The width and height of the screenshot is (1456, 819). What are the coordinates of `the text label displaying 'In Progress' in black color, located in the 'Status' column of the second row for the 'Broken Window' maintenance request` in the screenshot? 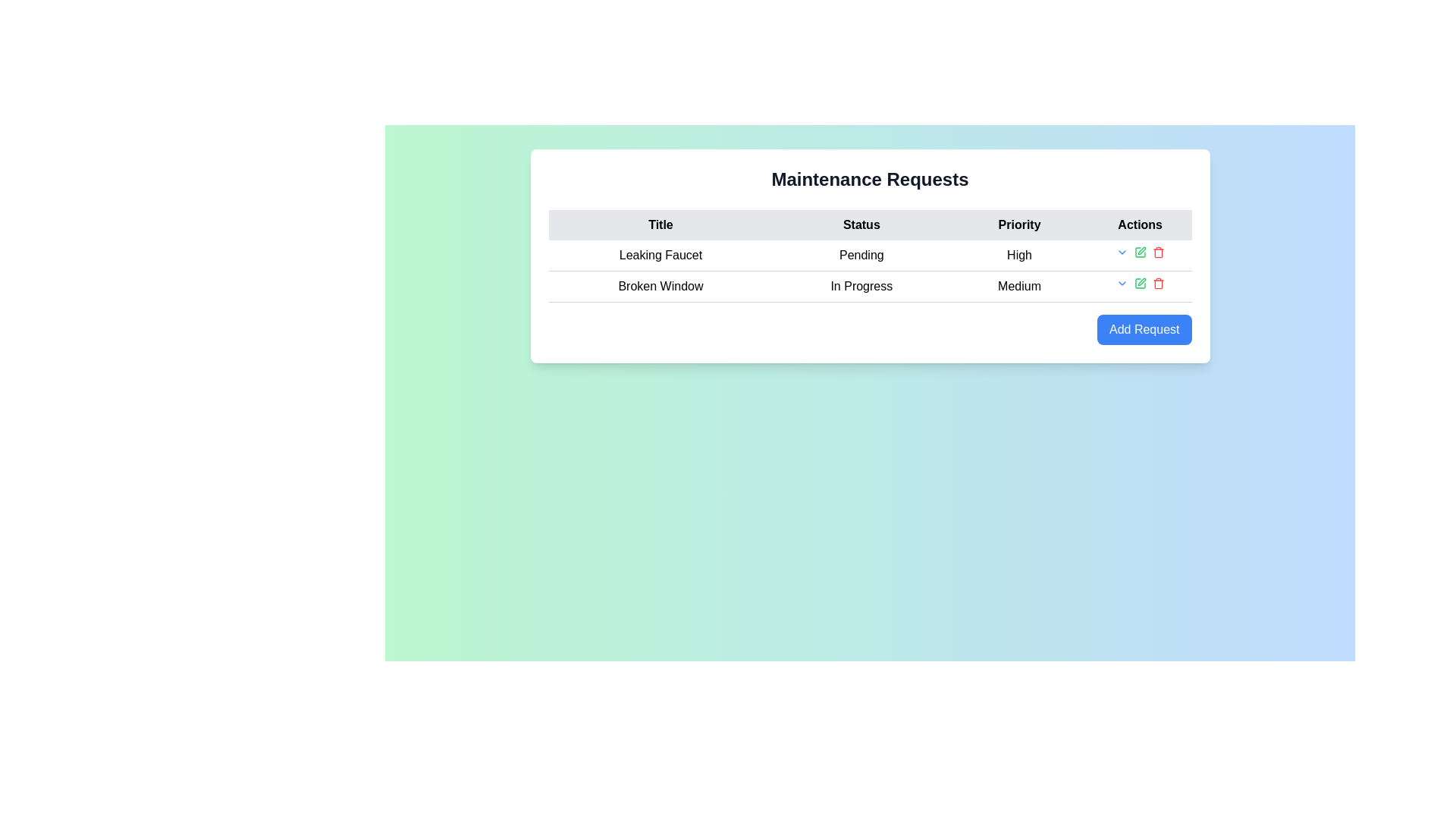 It's located at (861, 287).